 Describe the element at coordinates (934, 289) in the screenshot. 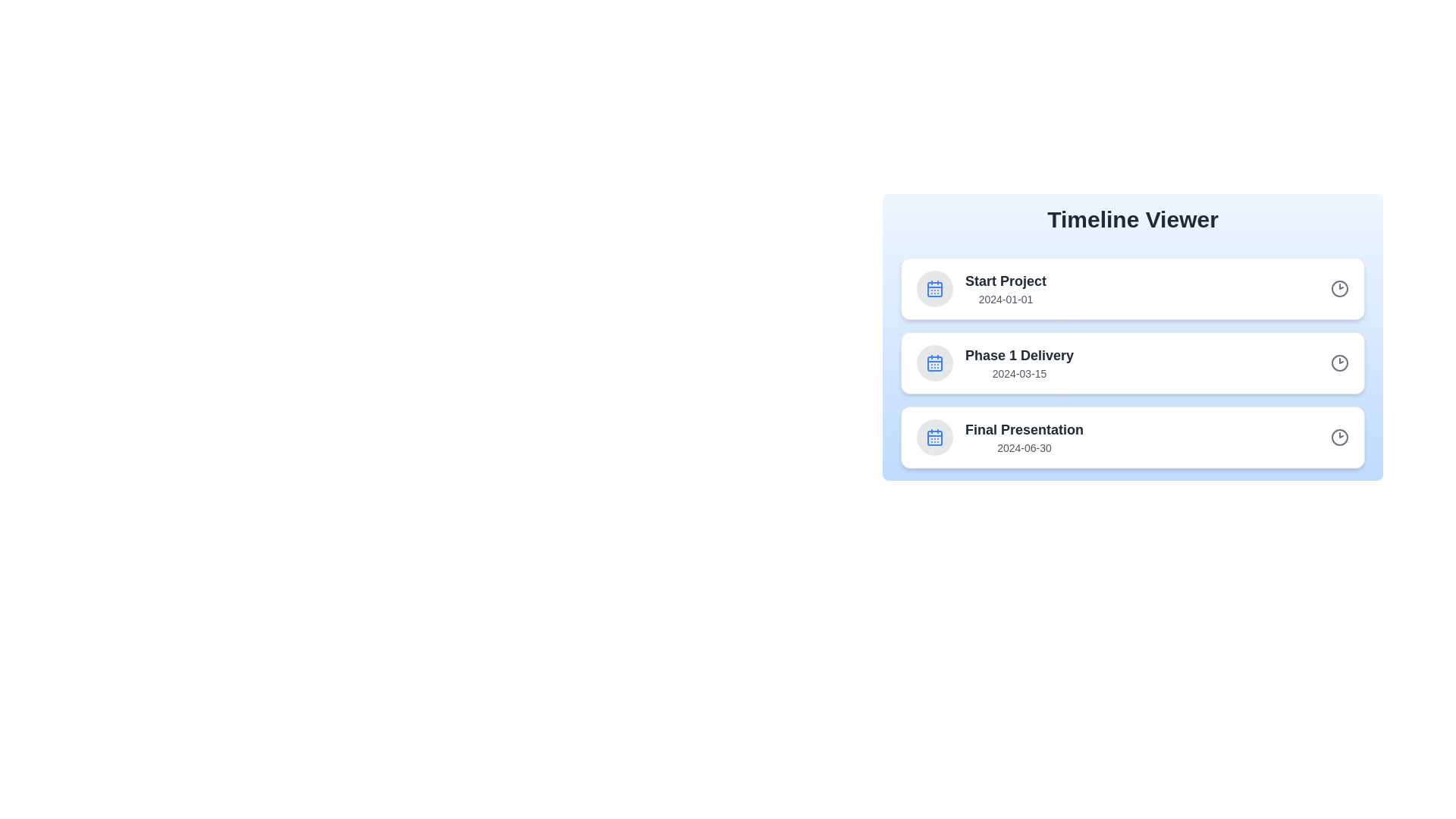

I see `the calendar icon located to the left of the text 'Start Project' within the vertical list layout by moving the cursor to its center point` at that location.